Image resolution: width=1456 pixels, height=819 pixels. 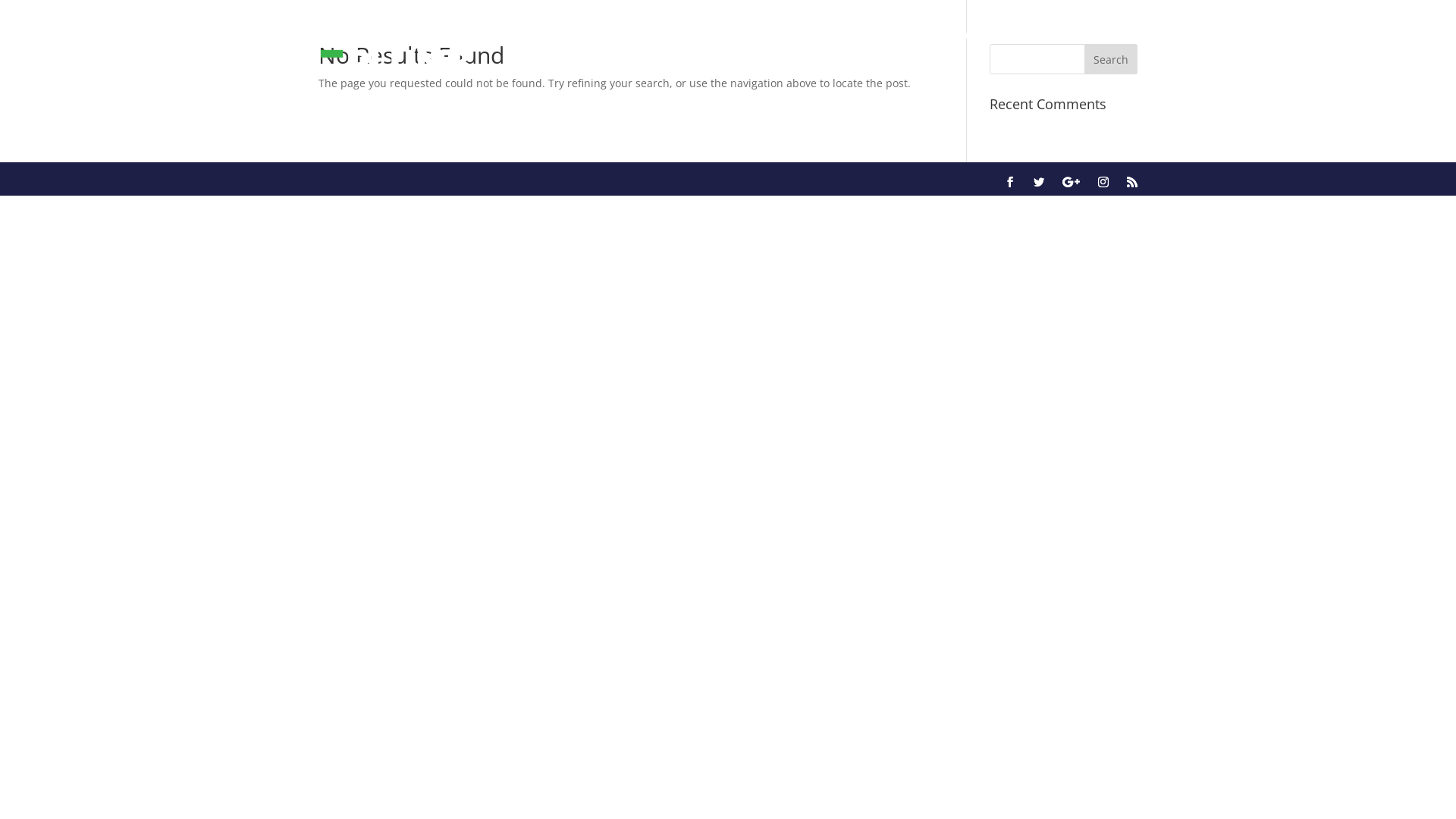 What do you see at coordinates (1110, 58) in the screenshot?
I see `'Search'` at bounding box center [1110, 58].